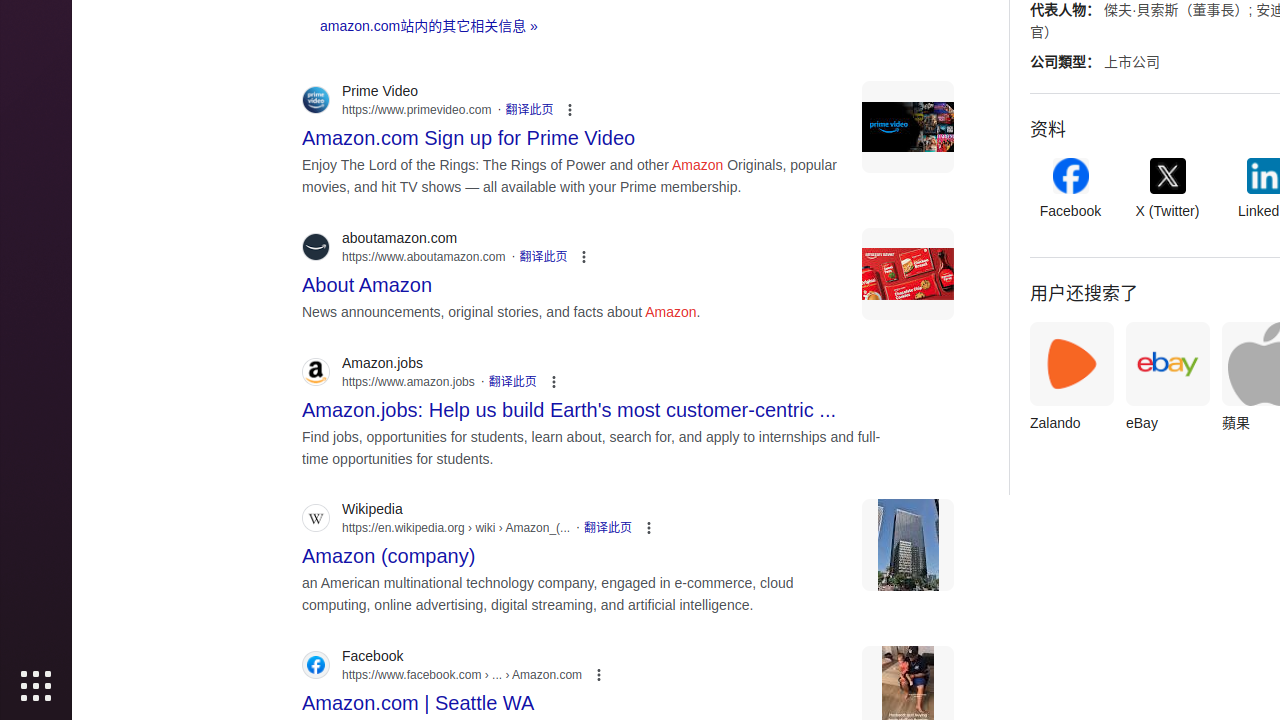 Image resolution: width=1280 pixels, height=720 pixels. What do you see at coordinates (1167, 189) in the screenshot?
I see `'X (Twitter)'` at bounding box center [1167, 189].